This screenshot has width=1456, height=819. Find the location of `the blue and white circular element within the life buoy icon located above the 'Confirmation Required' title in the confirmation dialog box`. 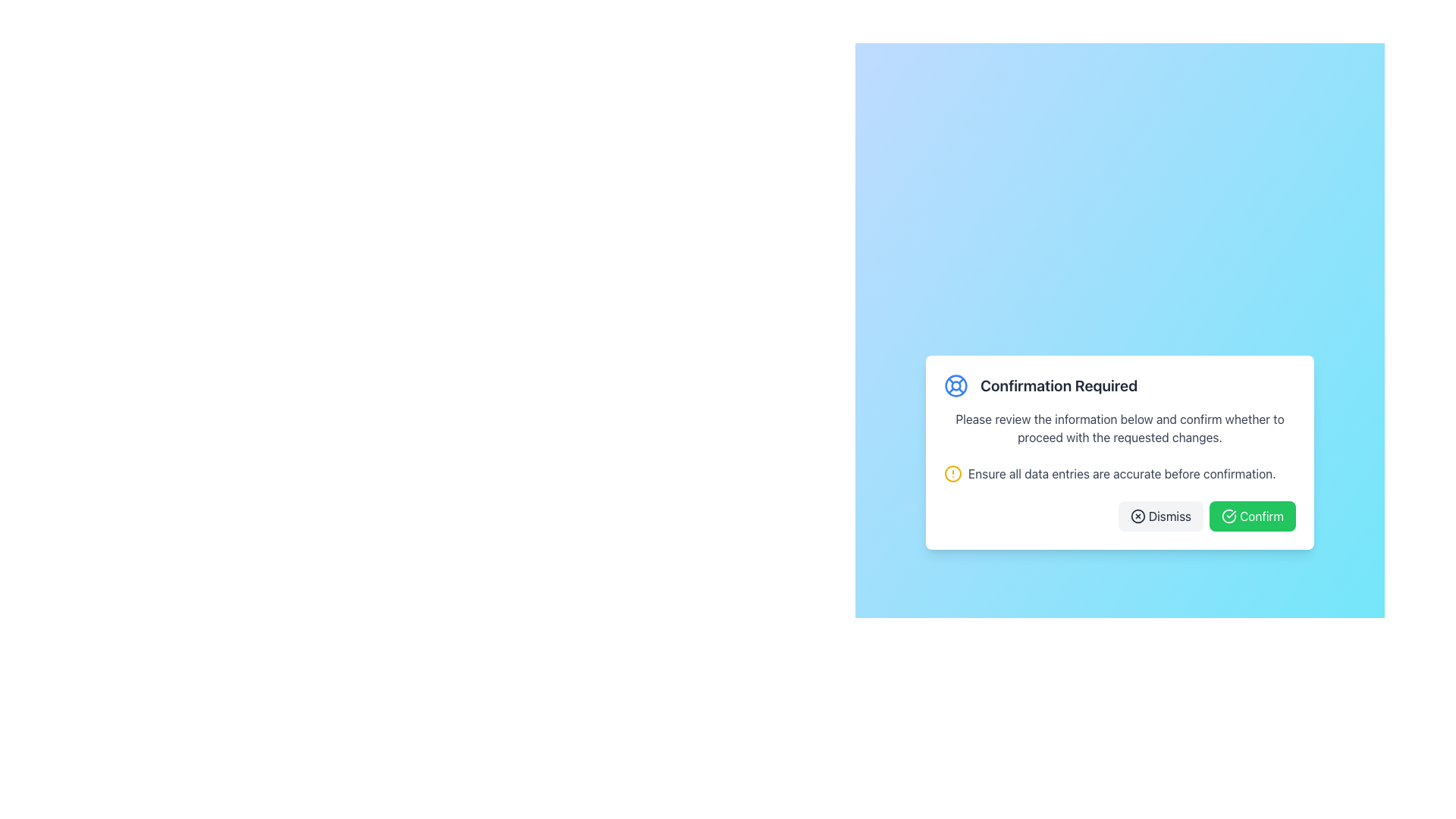

the blue and white circular element within the life buoy icon located above the 'Confirmation Required' title in the confirmation dialog box is located at coordinates (955, 384).